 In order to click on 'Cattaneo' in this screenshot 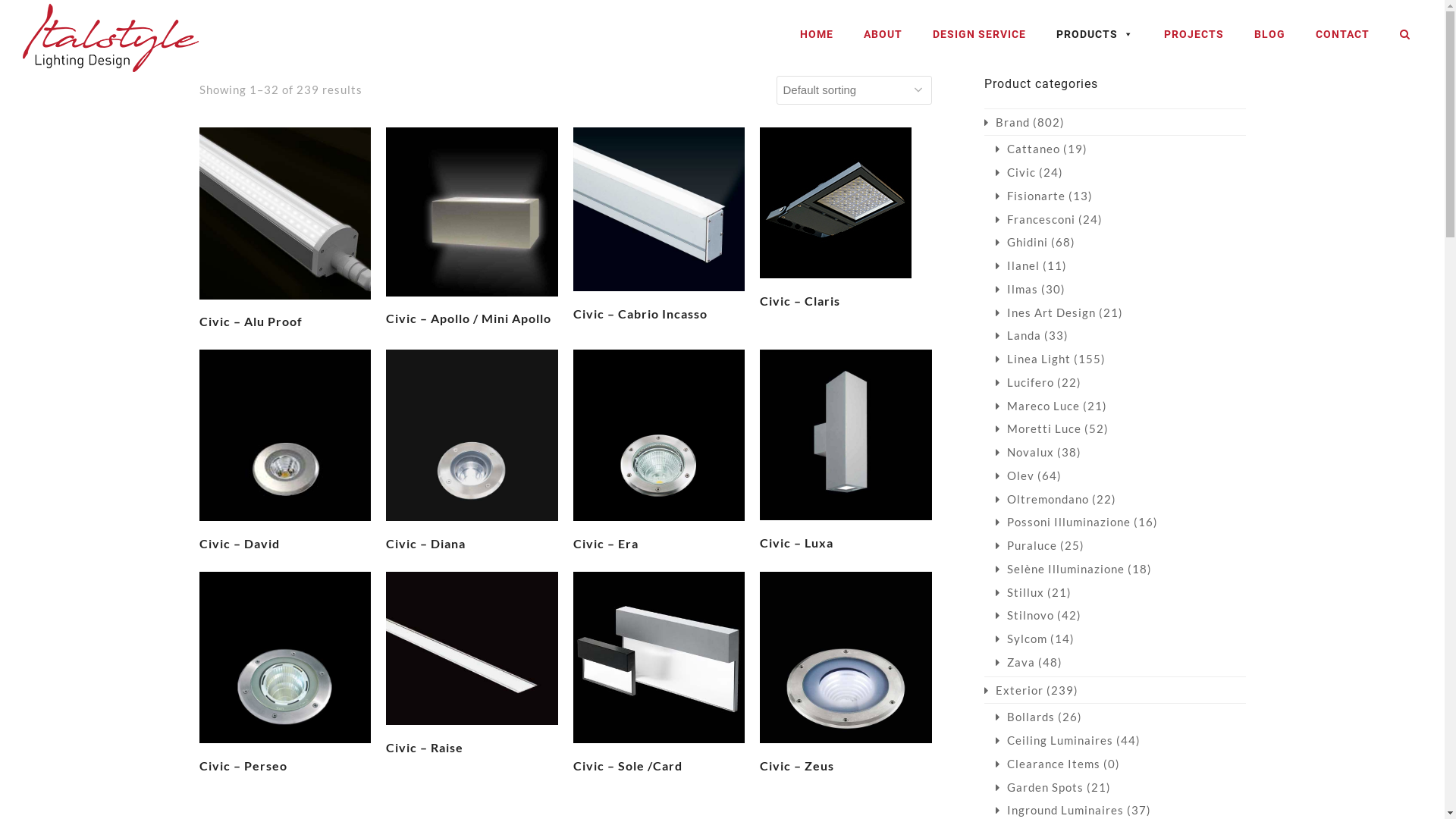, I will do `click(1027, 149)`.